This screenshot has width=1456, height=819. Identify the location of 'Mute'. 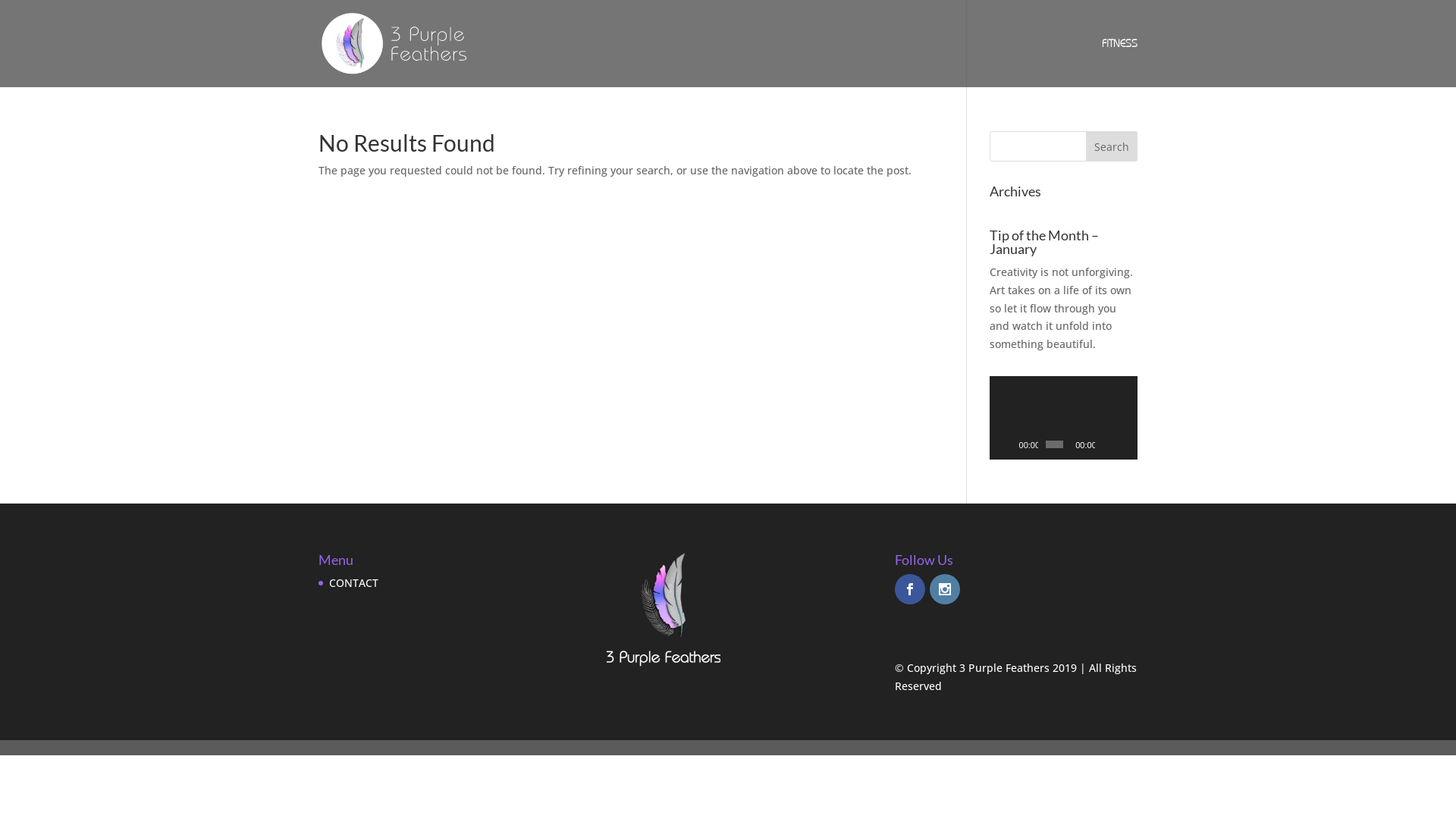
(1106, 444).